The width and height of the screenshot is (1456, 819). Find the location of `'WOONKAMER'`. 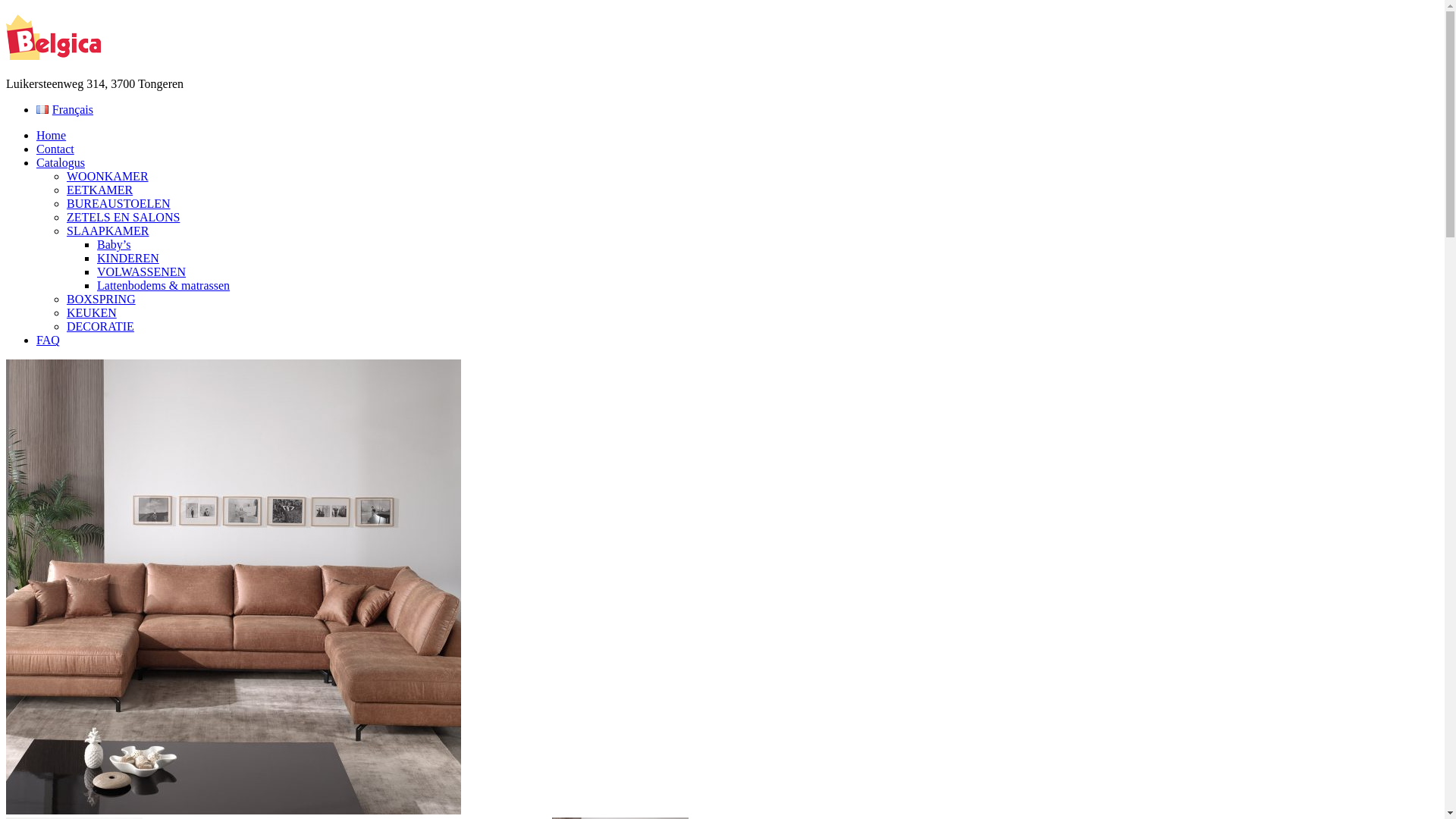

'WOONKAMER' is located at coordinates (107, 175).